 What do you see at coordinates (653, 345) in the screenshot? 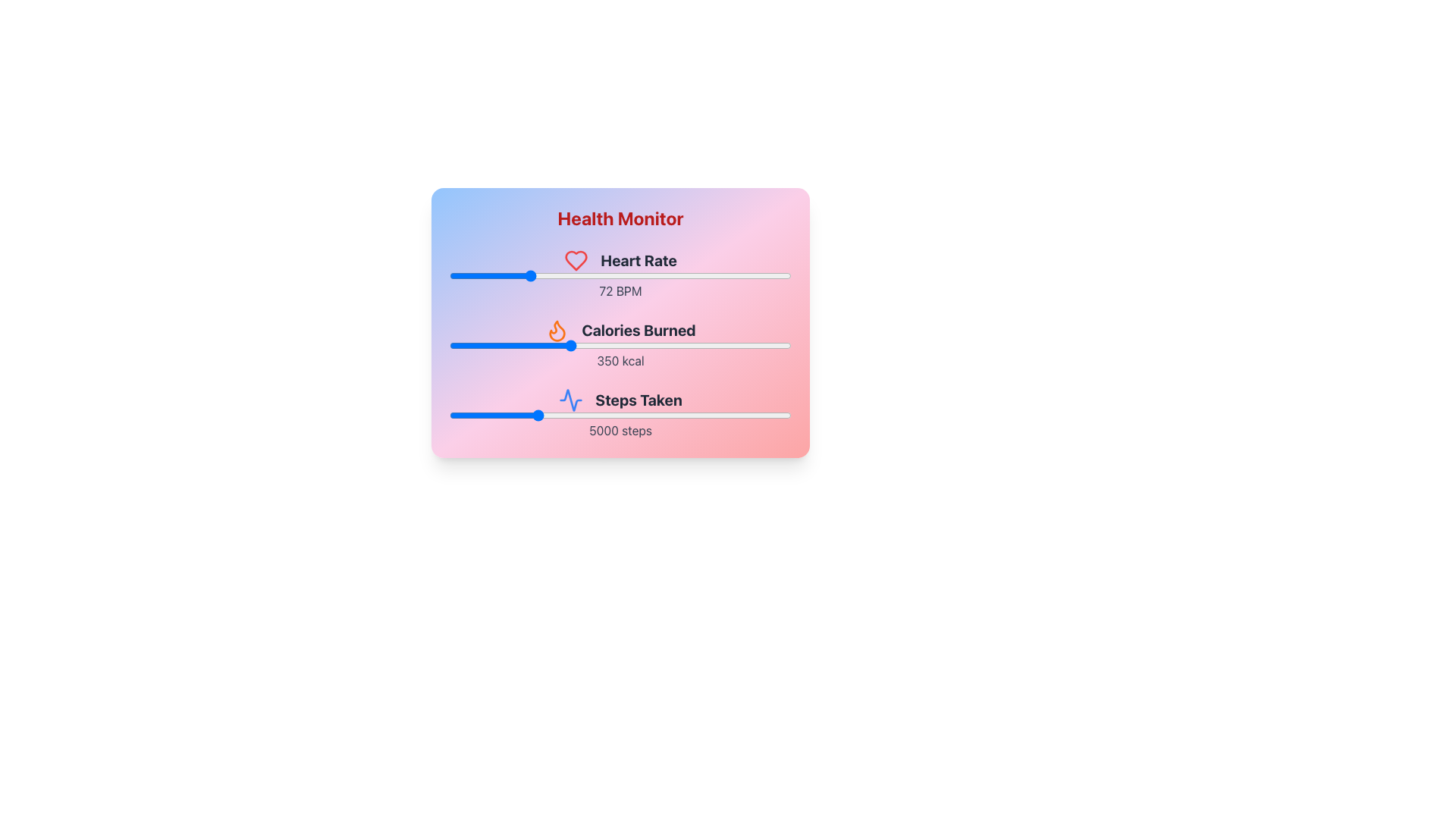
I see `calories burned` at bounding box center [653, 345].